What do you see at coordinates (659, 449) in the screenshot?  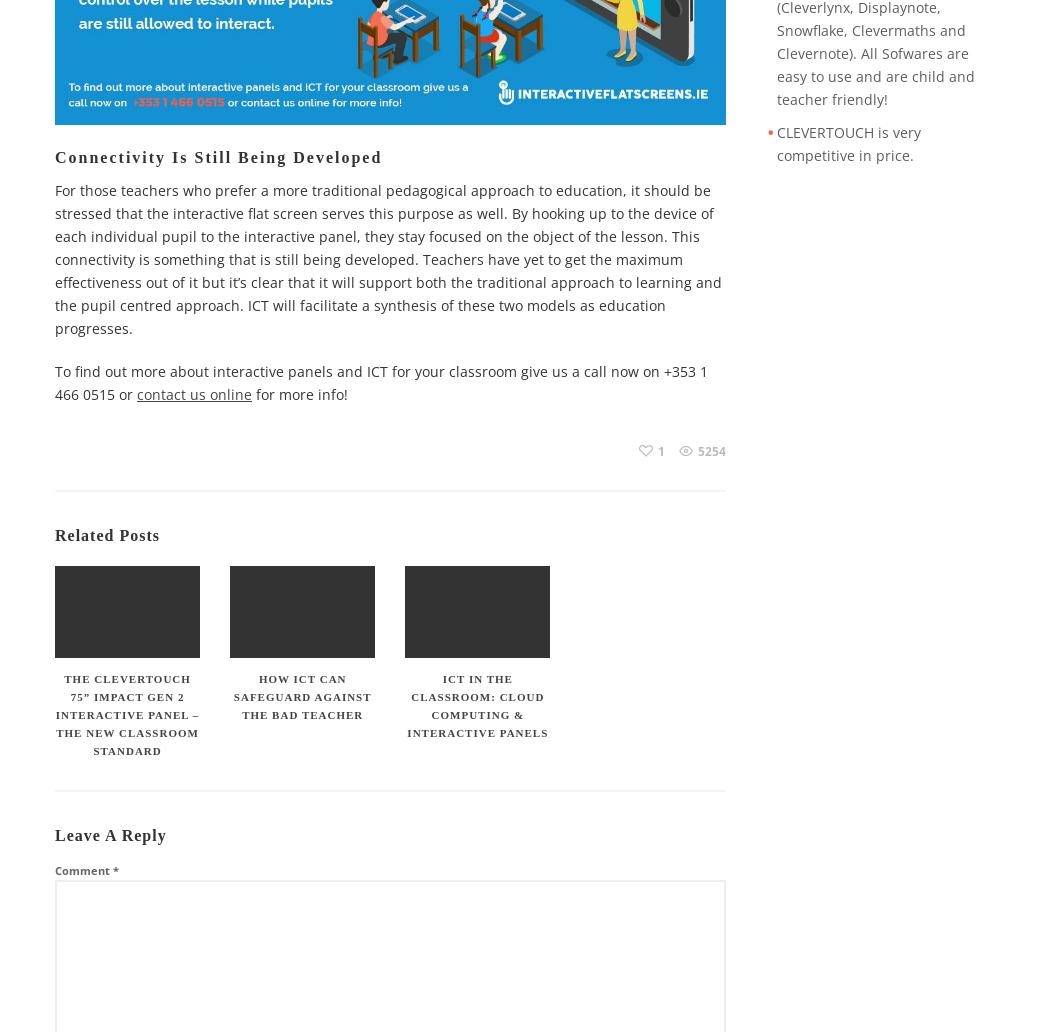 I see `'1'` at bounding box center [659, 449].